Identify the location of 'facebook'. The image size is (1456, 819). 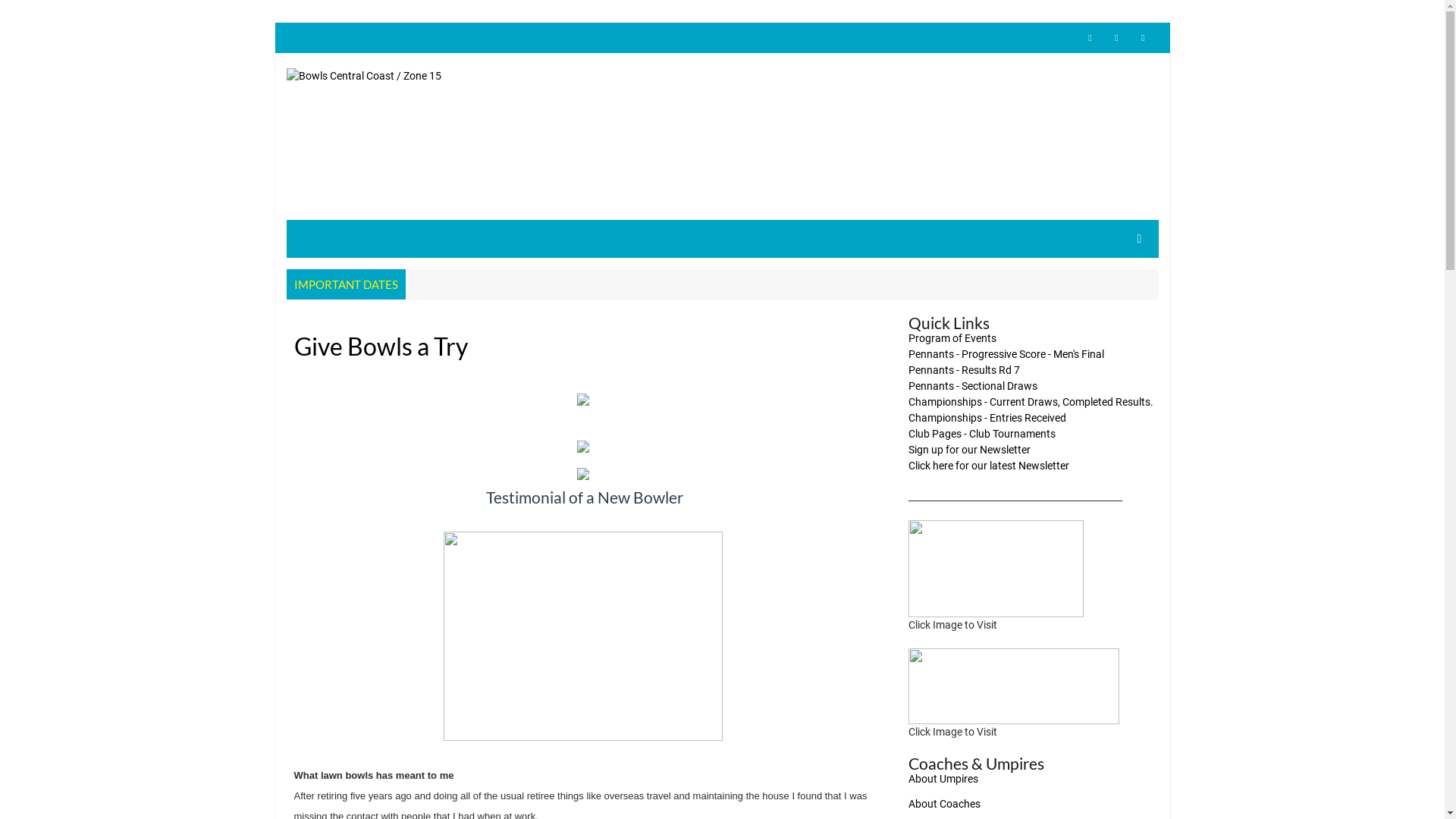
(1117, 37).